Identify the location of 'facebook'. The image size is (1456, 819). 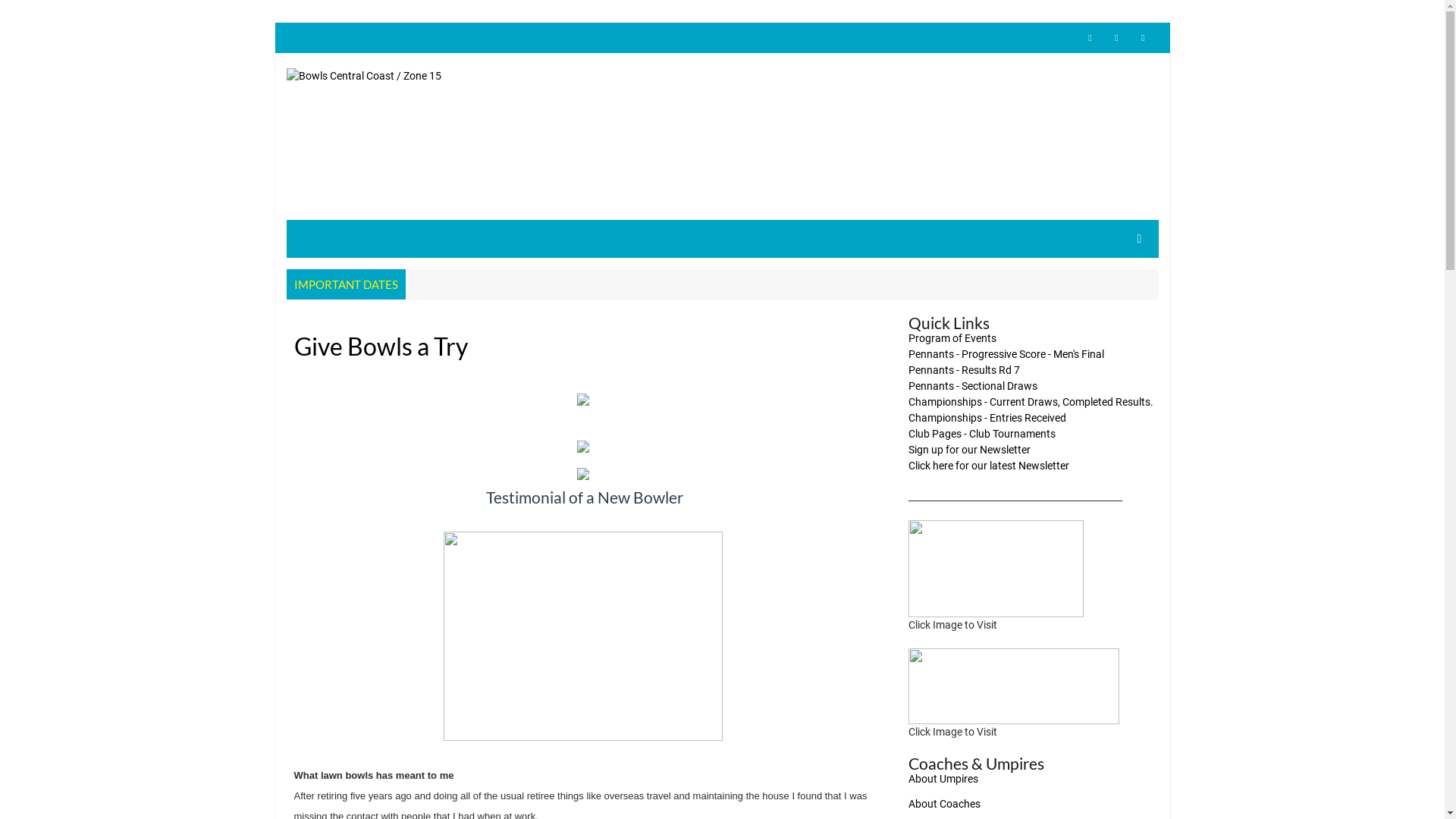
(1117, 37).